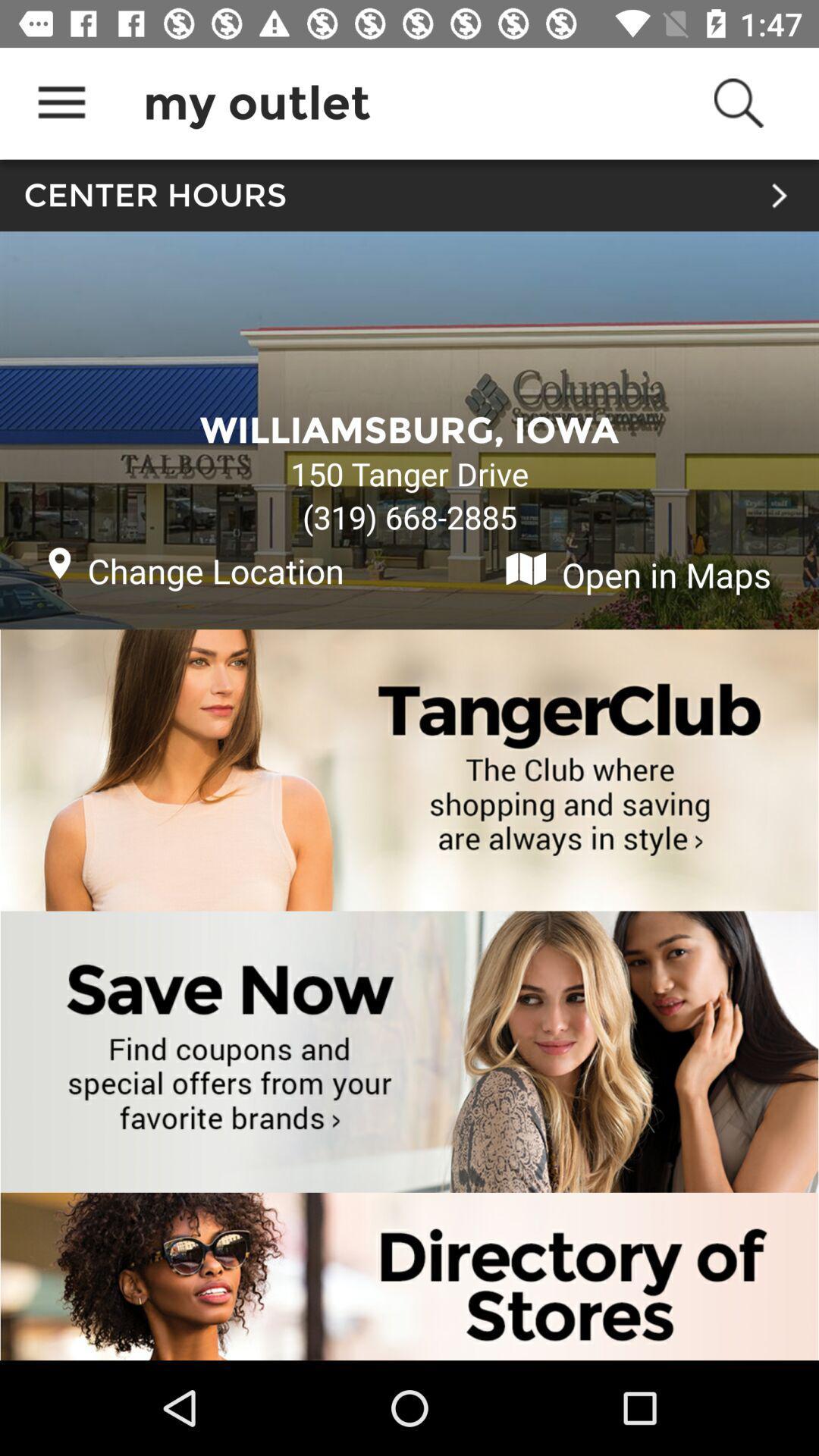 This screenshot has width=819, height=1456. I want to click on the icon below the 150 tanger drive item, so click(409, 516).